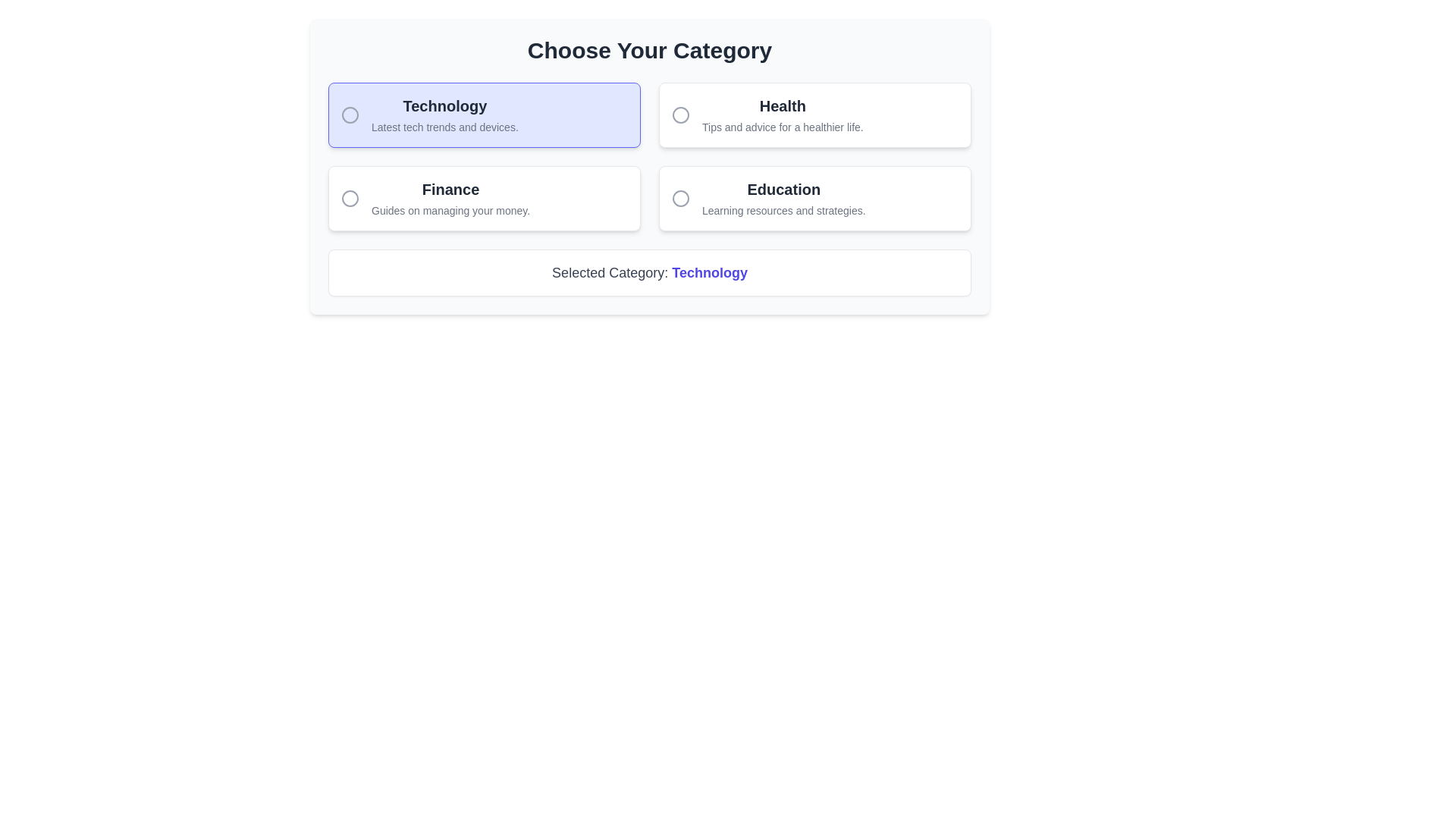  I want to click on the static text label displaying 'Technology' in bold indigo-colored font, located next to 'Selected Category:' at the bottom of the category selection panel, so click(709, 271).